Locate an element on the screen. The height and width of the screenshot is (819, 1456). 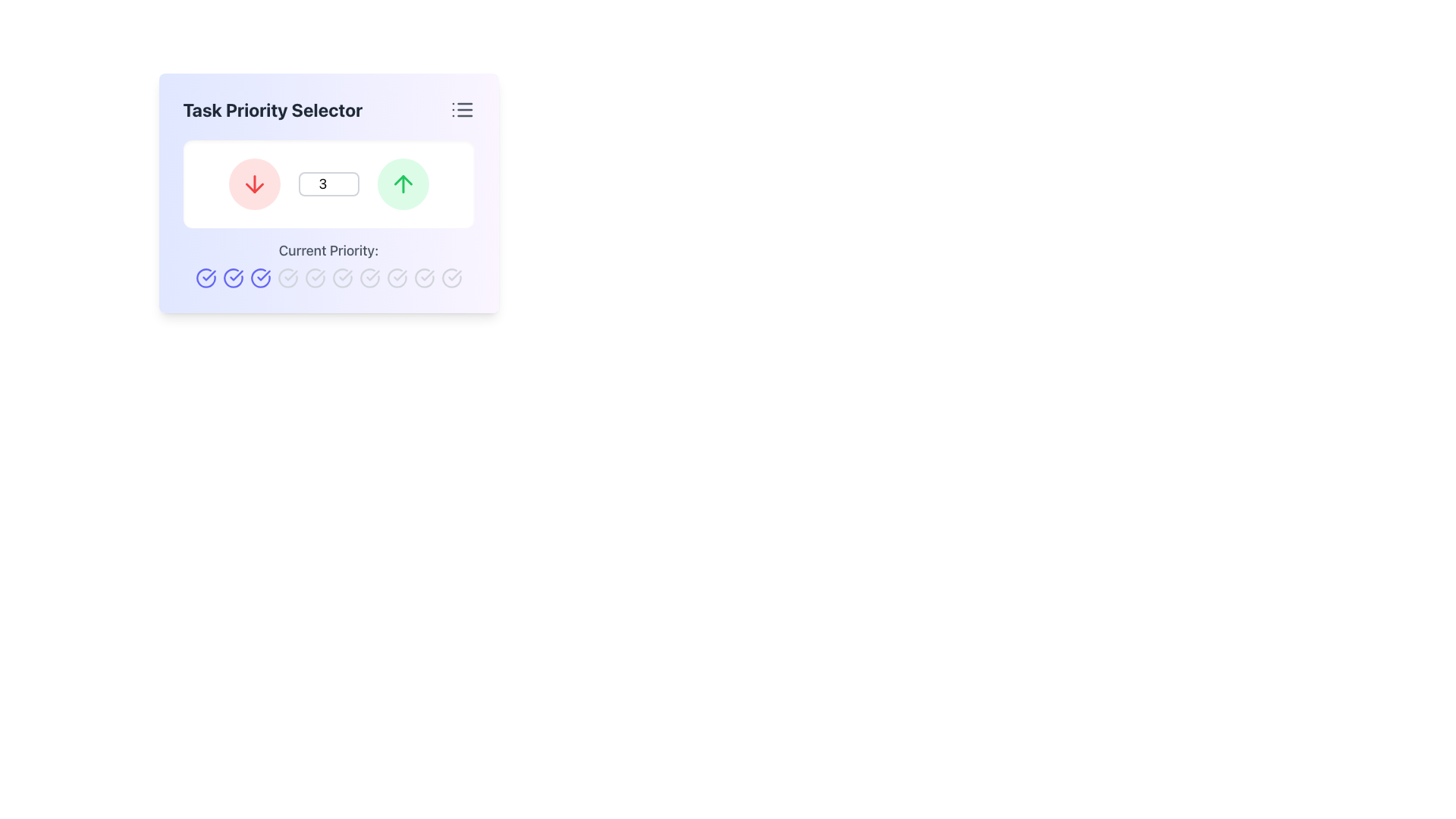
the upward arrow icon within the green circular button located at the top-right side of the interface to increase the priority level is located at coordinates (403, 179).